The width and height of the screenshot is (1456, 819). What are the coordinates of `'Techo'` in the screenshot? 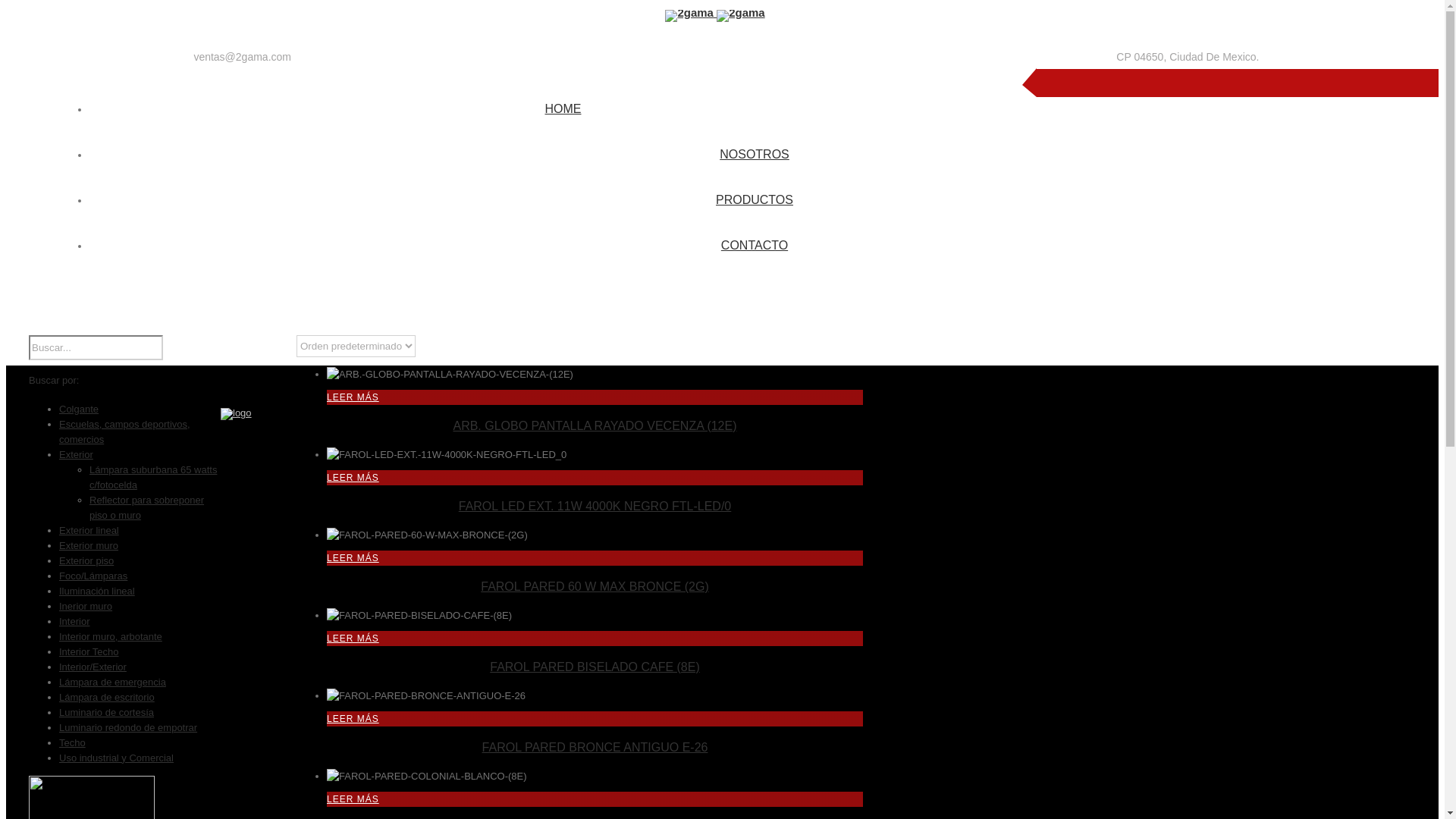 It's located at (71, 742).